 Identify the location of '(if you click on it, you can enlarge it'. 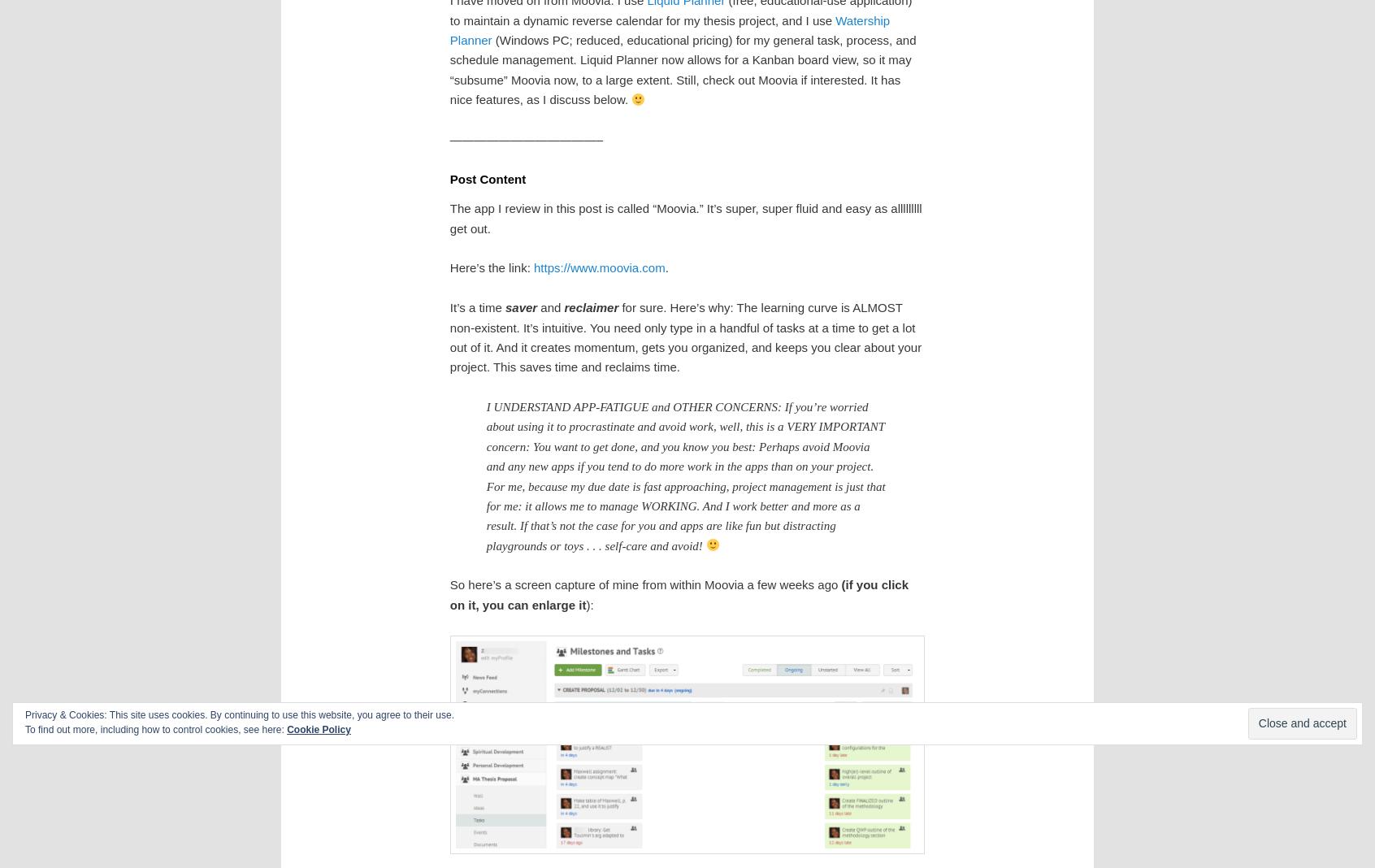
(679, 594).